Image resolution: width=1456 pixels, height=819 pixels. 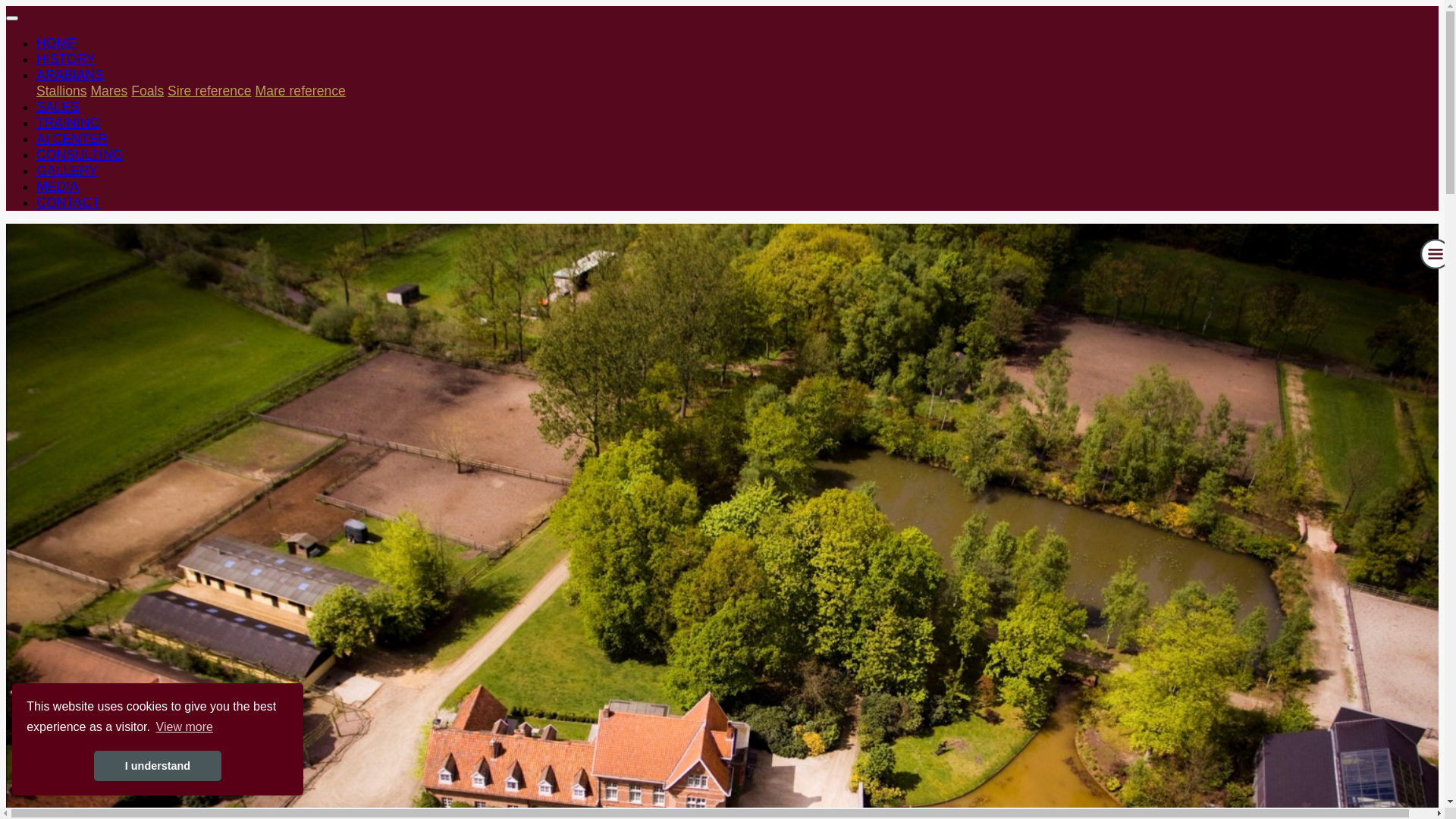 I want to click on 'Mare reference', so click(x=300, y=90).